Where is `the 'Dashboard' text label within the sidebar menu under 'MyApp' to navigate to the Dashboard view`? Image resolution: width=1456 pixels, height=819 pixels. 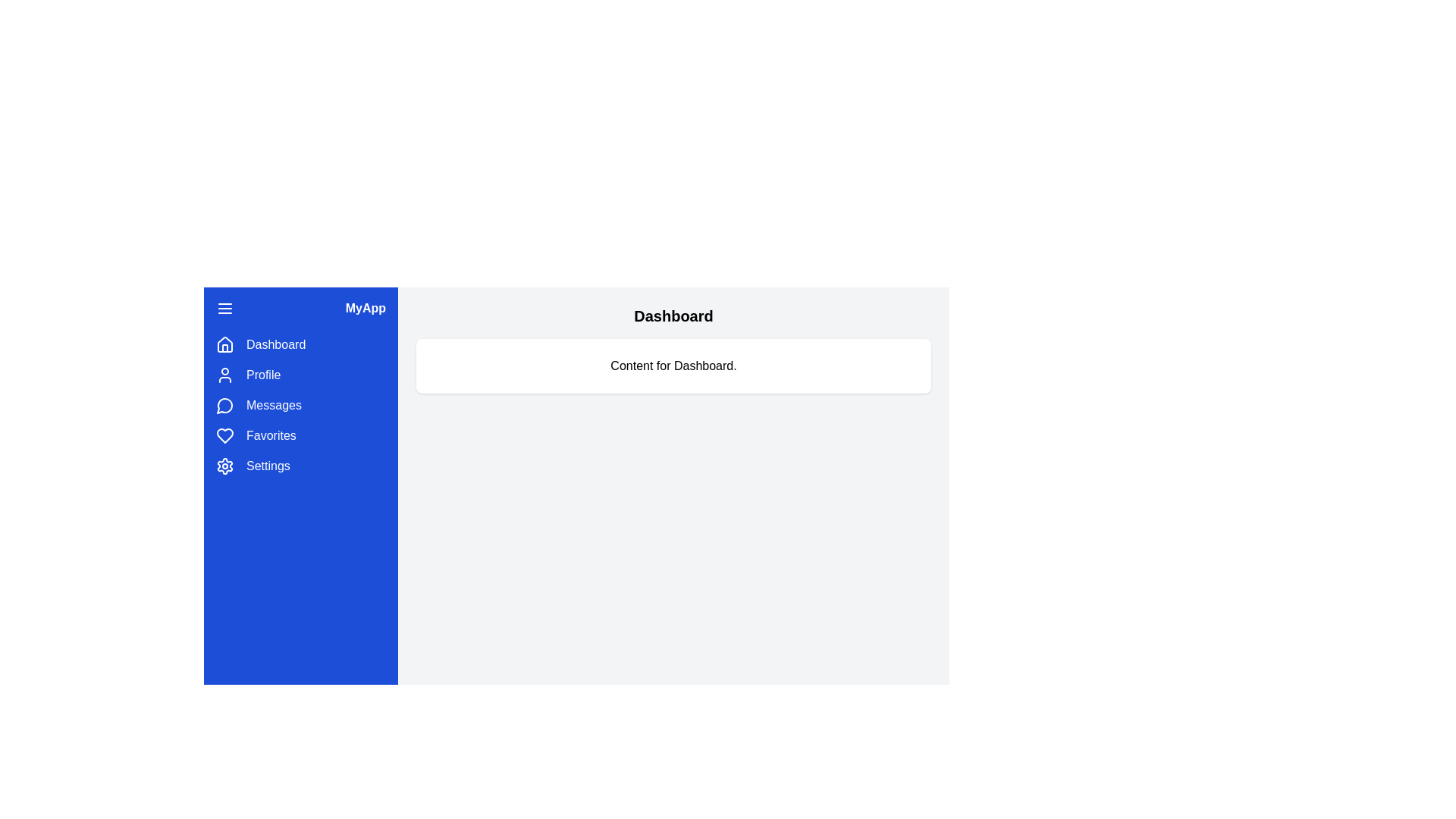 the 'Dashboard' text label within the sidebar menu under 'MyApp' to navigate to the Dashboard view is located at coordinates (276, 345).